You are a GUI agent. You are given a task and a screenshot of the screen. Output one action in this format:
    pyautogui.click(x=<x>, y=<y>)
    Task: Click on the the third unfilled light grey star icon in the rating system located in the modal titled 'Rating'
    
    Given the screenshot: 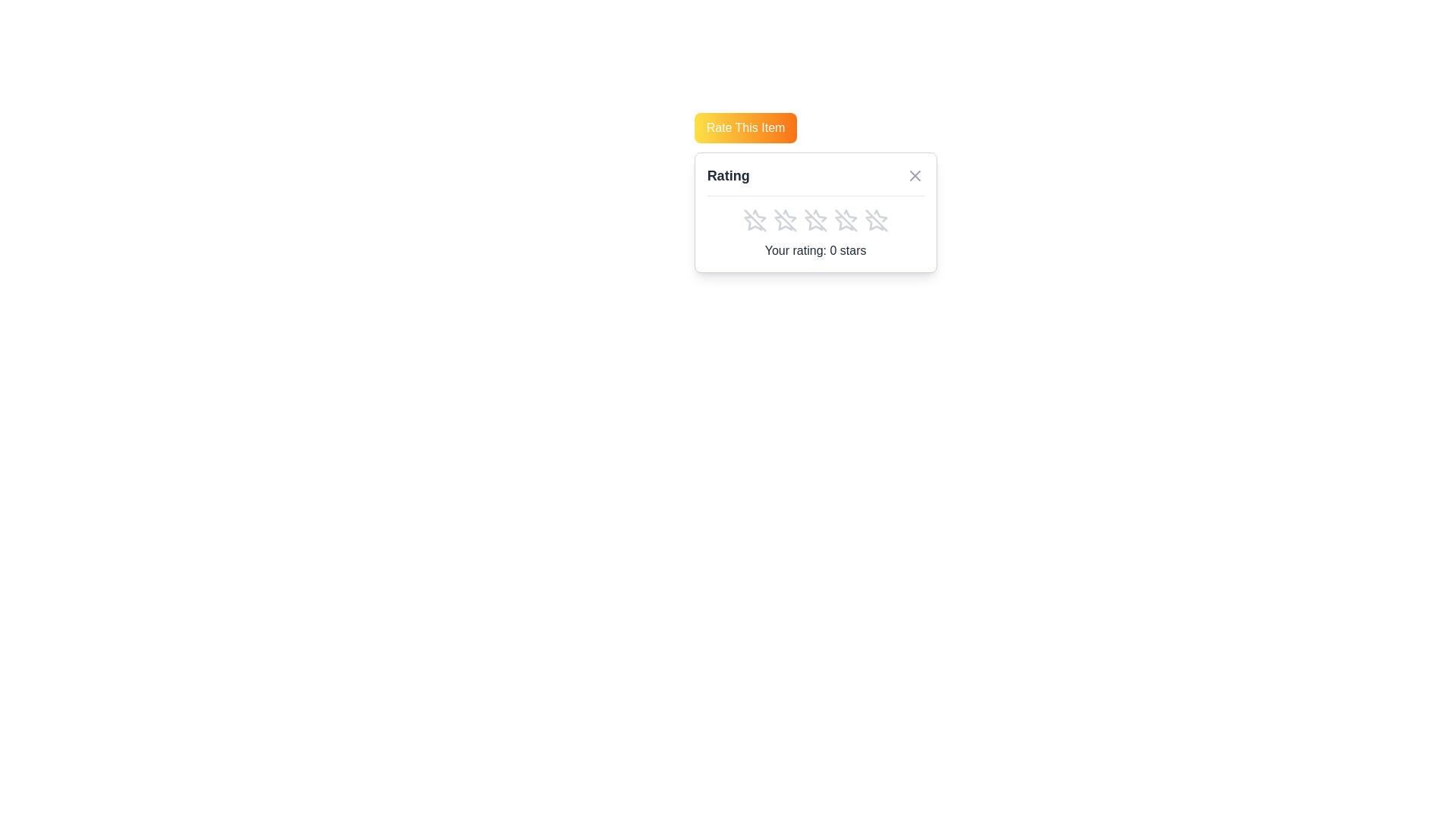 What is the action you would take?
    pyautogui.click(x=814, y=220)
    